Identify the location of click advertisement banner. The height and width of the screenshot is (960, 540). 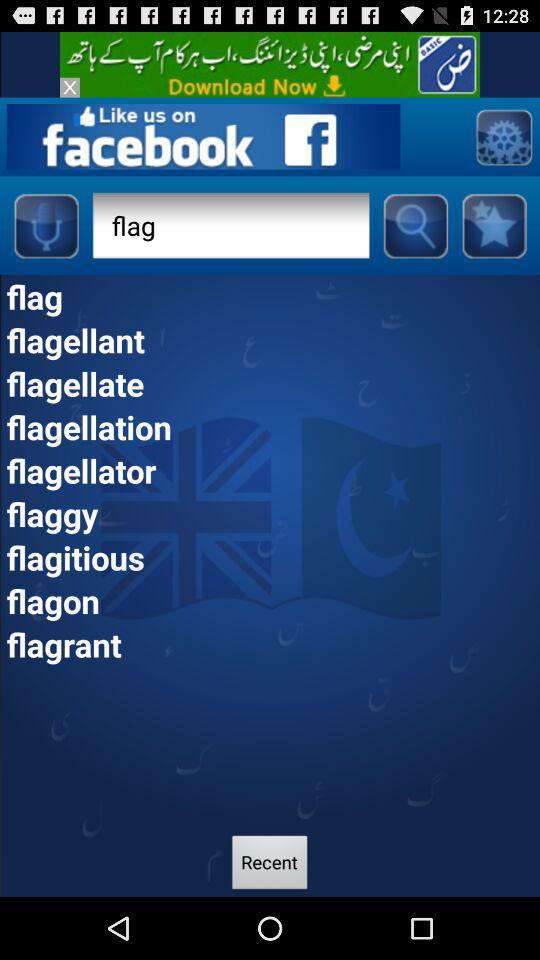
(270, 64).